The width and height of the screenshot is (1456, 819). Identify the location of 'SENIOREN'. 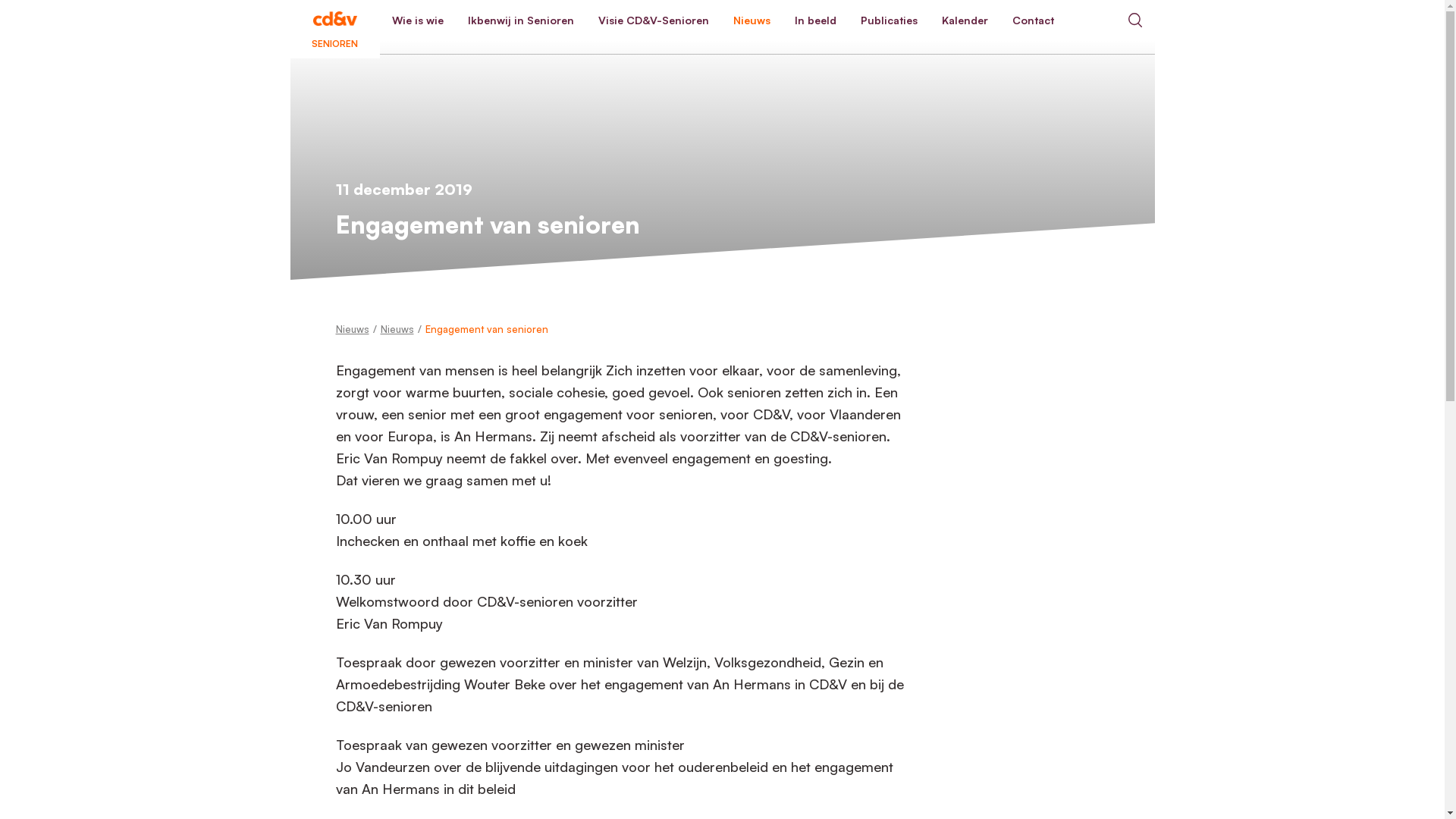
(334, 20).